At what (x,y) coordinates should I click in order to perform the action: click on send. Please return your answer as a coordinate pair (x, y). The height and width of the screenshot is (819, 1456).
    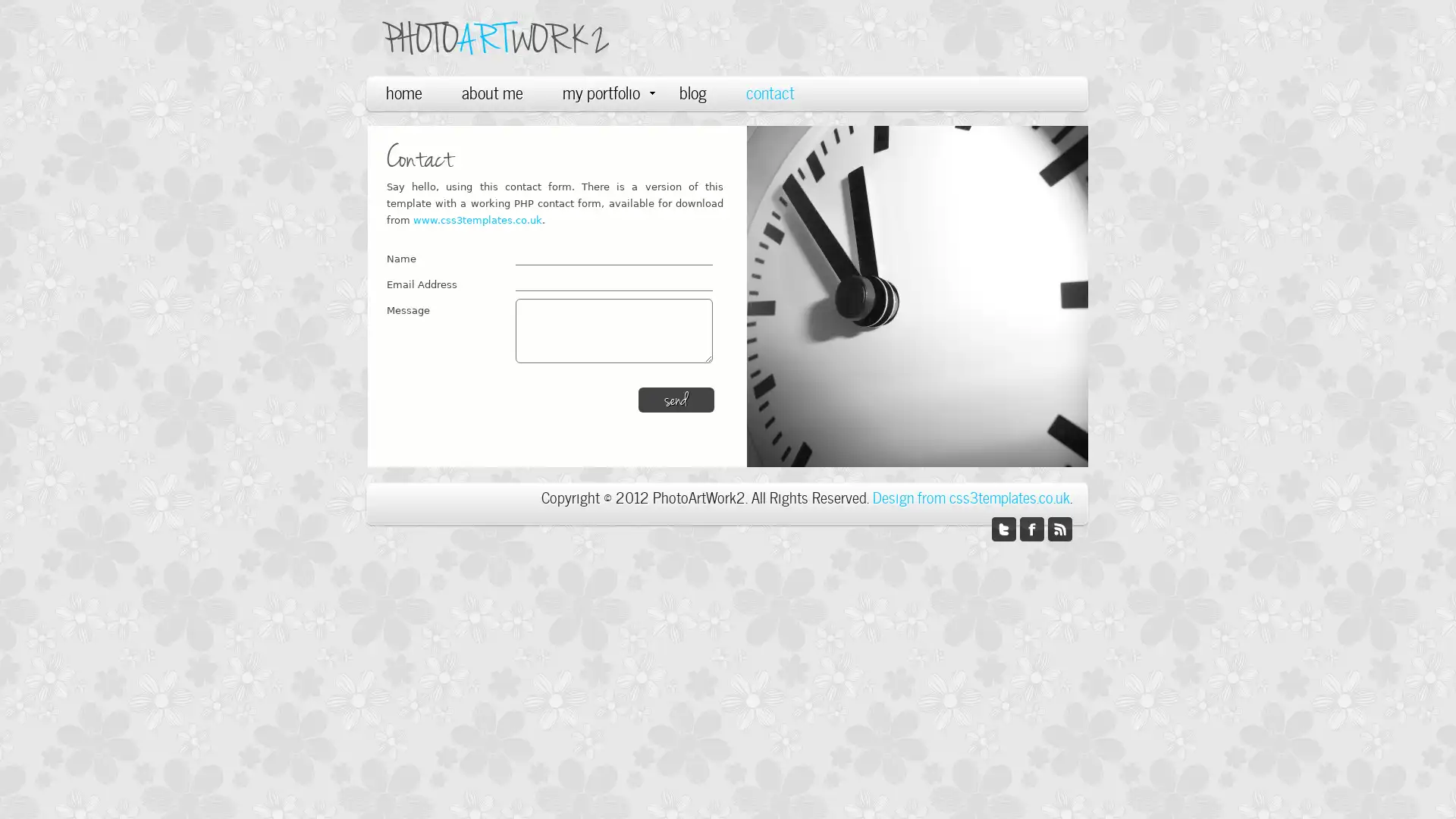
    Looking at the image, I should click on (676, 399).